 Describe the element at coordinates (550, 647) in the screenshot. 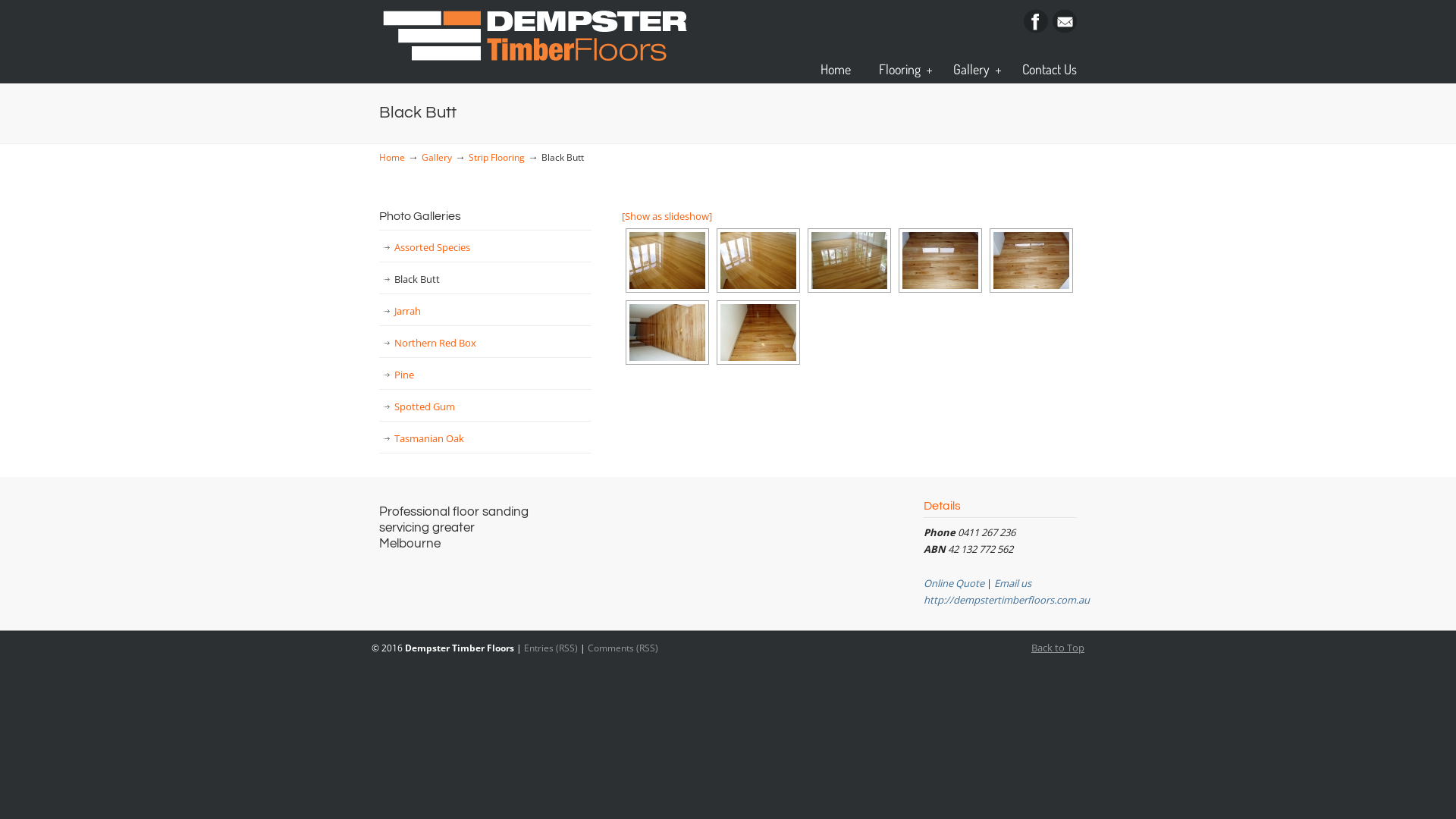

I see `'Entries (RSS)'` at that location.